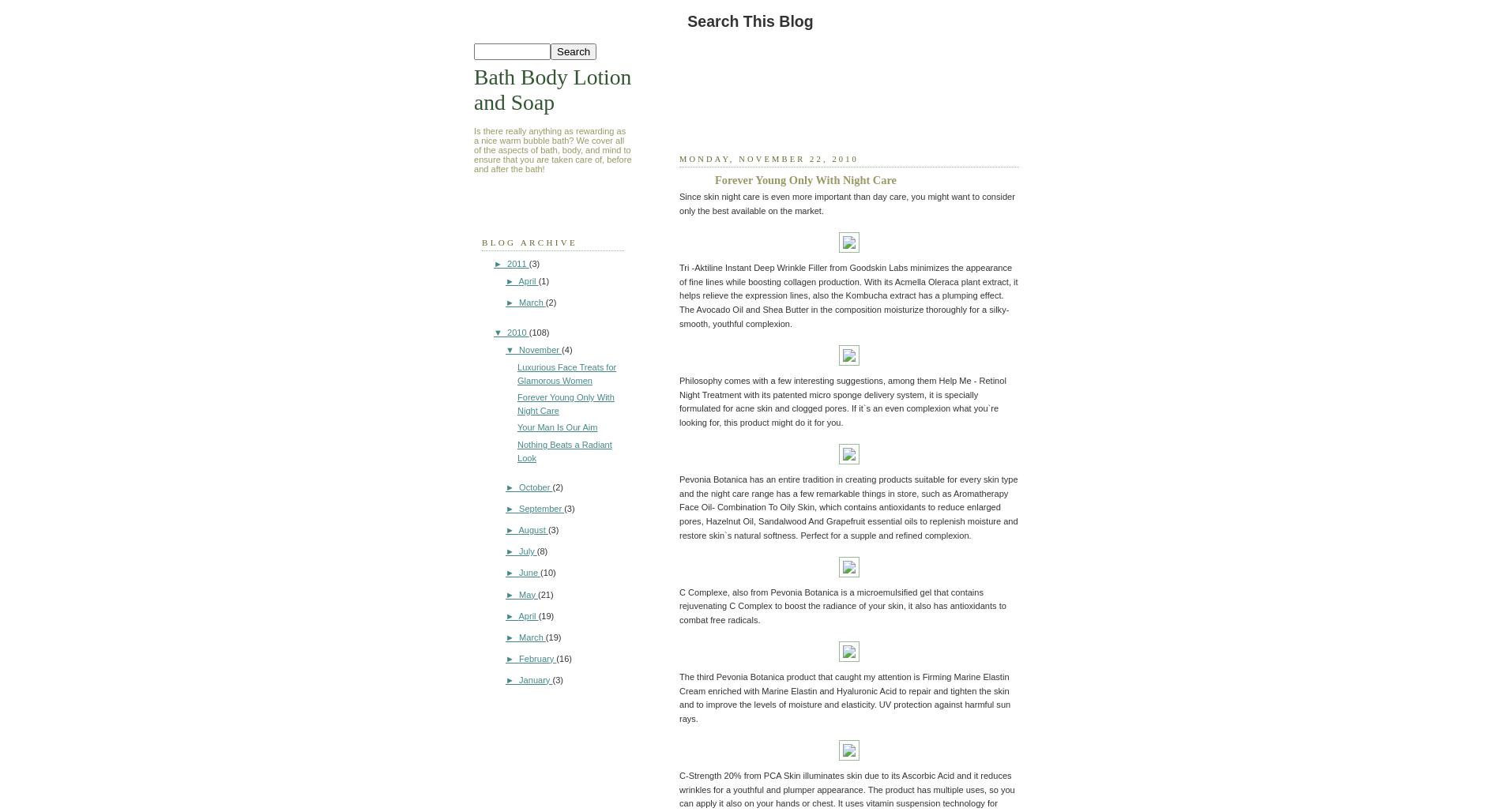 The height and width of the screenshot is (812, 1501). Describe the element at coordinates (529, 242) in the screenshot. I see `'Blog Archive'` at that location.